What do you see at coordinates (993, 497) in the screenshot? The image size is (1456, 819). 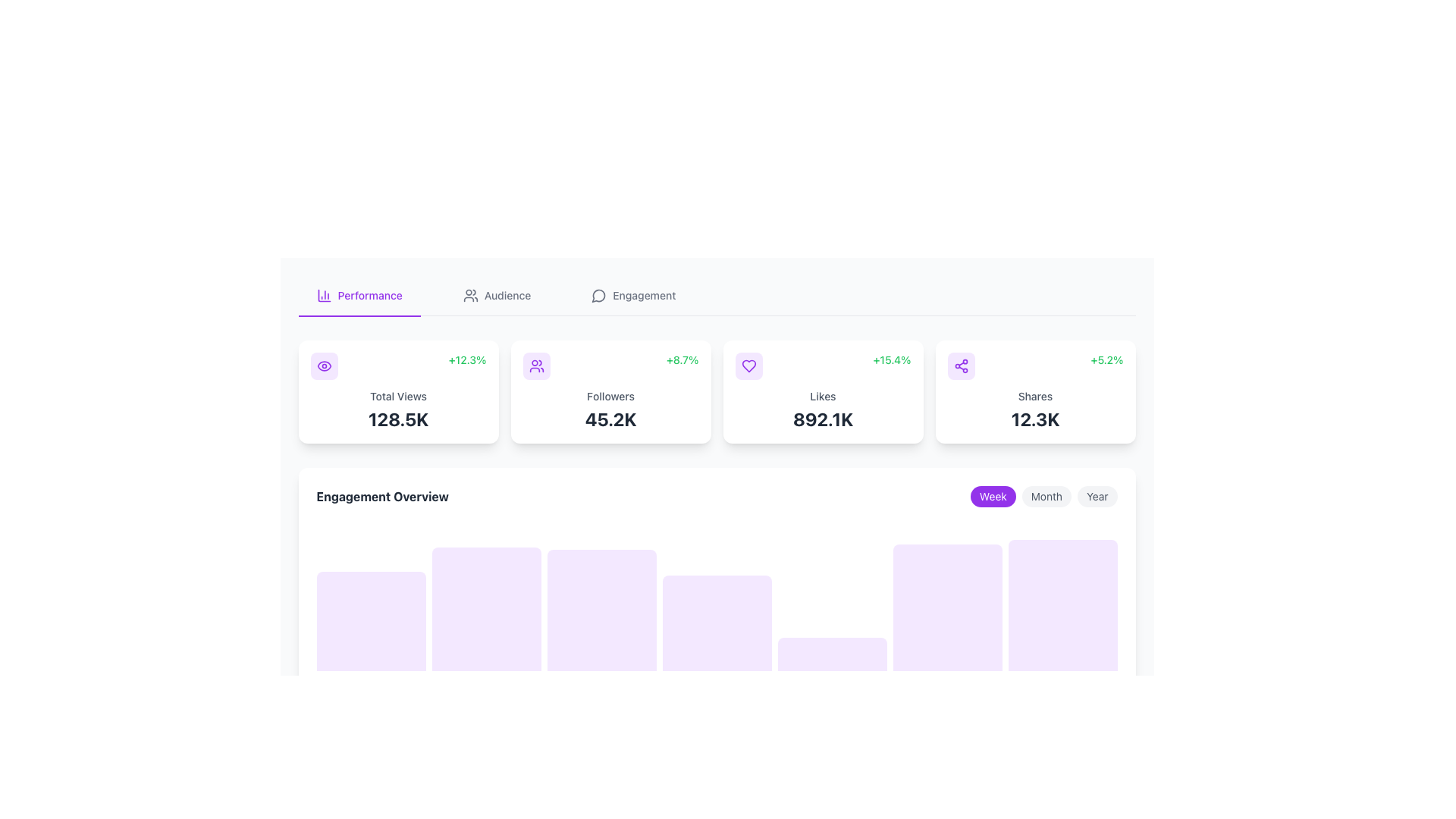 I see `the 'Week' button located at the leftmost position among three horizontally aligned buttons in the 'Engagement Overview' section` at bounding box center [993, 497].